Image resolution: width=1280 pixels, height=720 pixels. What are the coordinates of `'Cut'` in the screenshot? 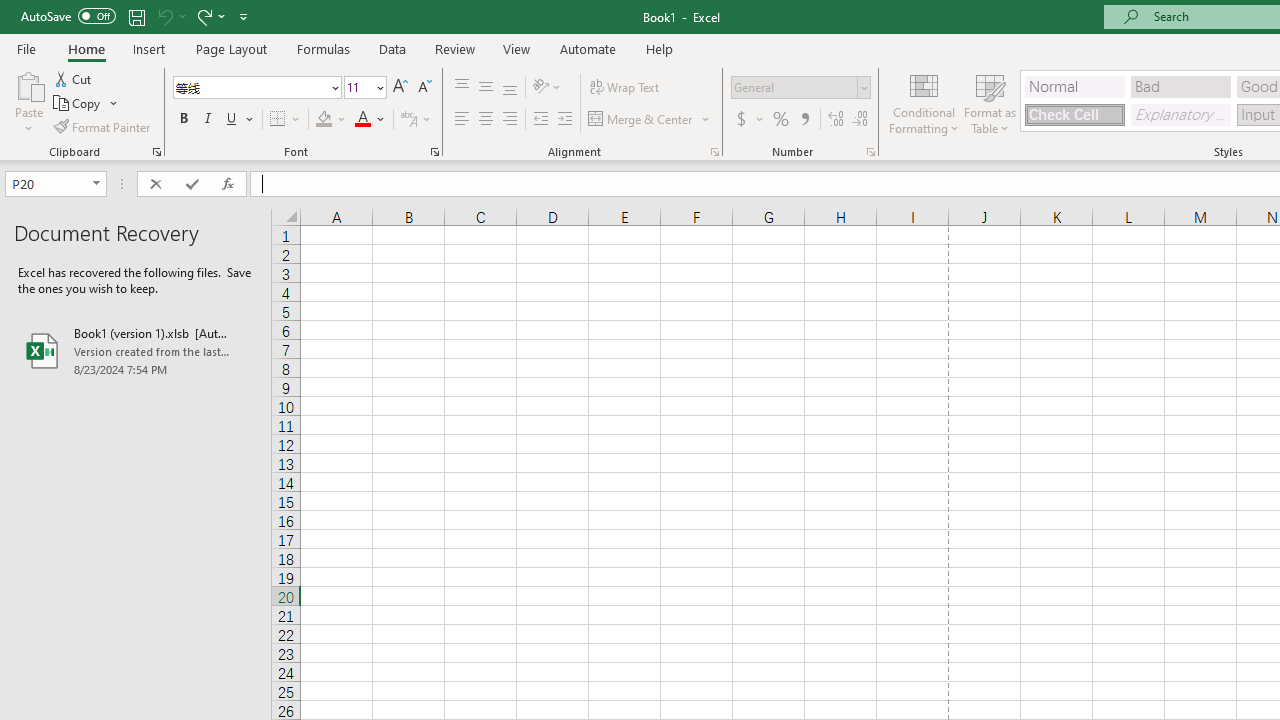 It's located at (74, 78).